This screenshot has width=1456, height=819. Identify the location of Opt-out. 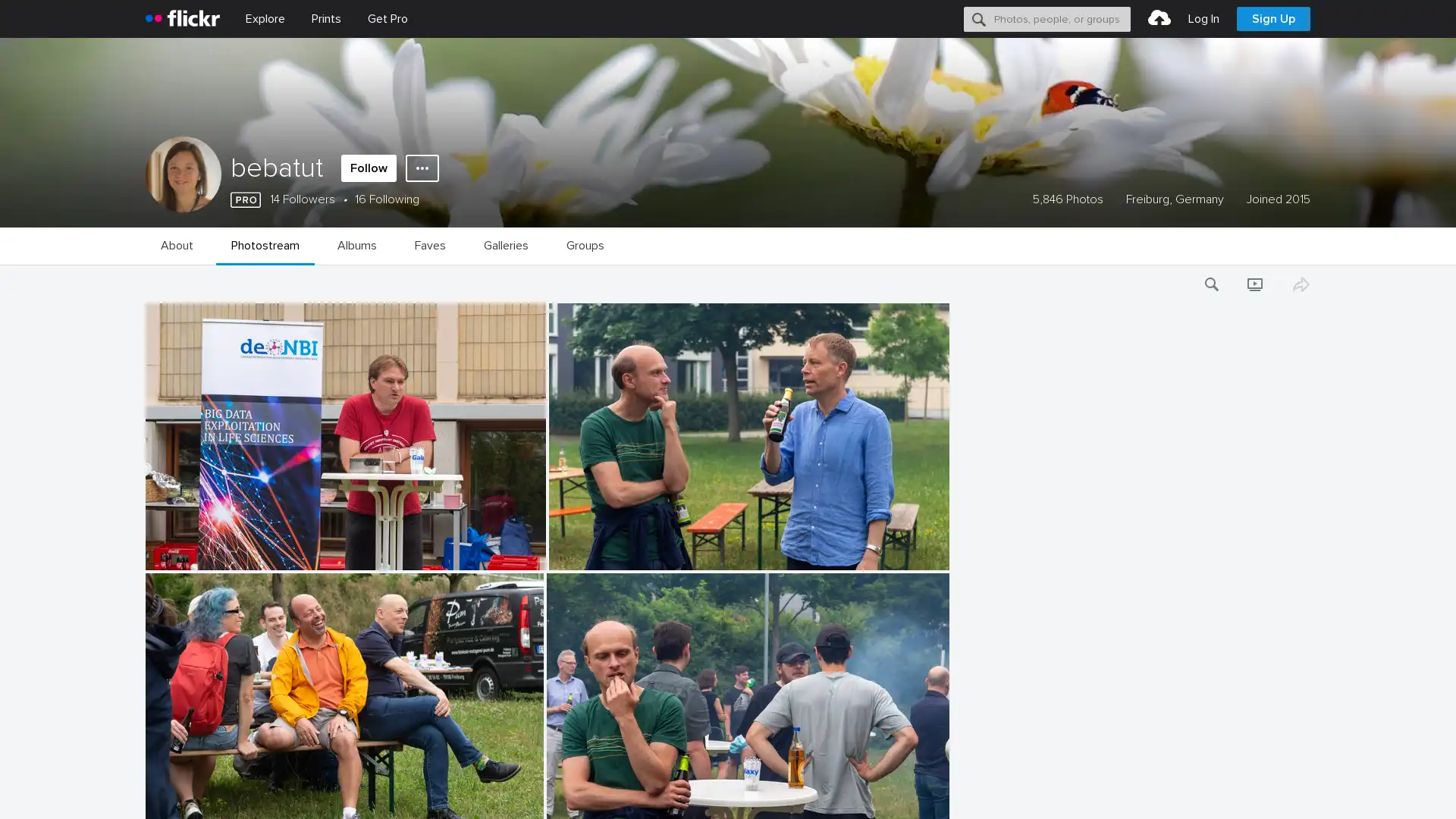
(1225, 789).